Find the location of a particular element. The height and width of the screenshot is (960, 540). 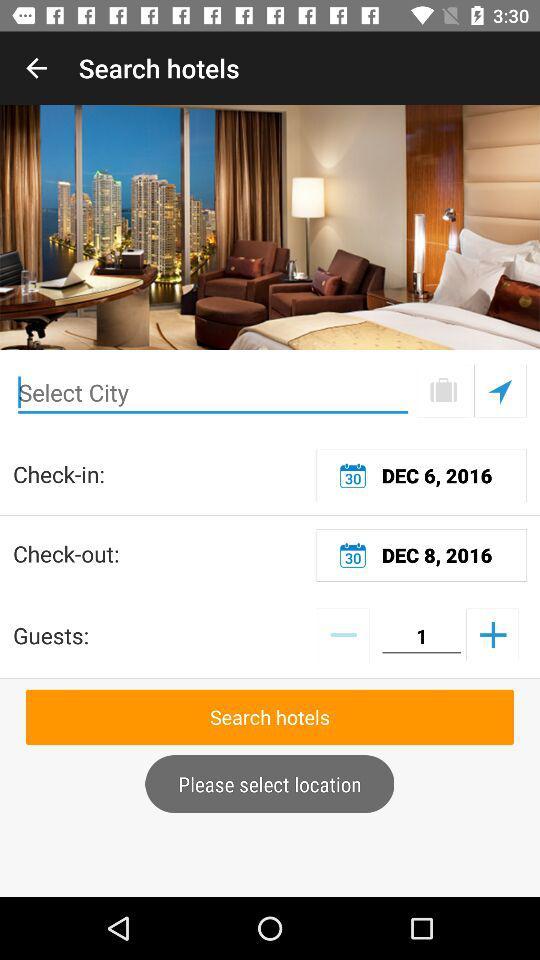

location option is located at coordinates (499, 390).